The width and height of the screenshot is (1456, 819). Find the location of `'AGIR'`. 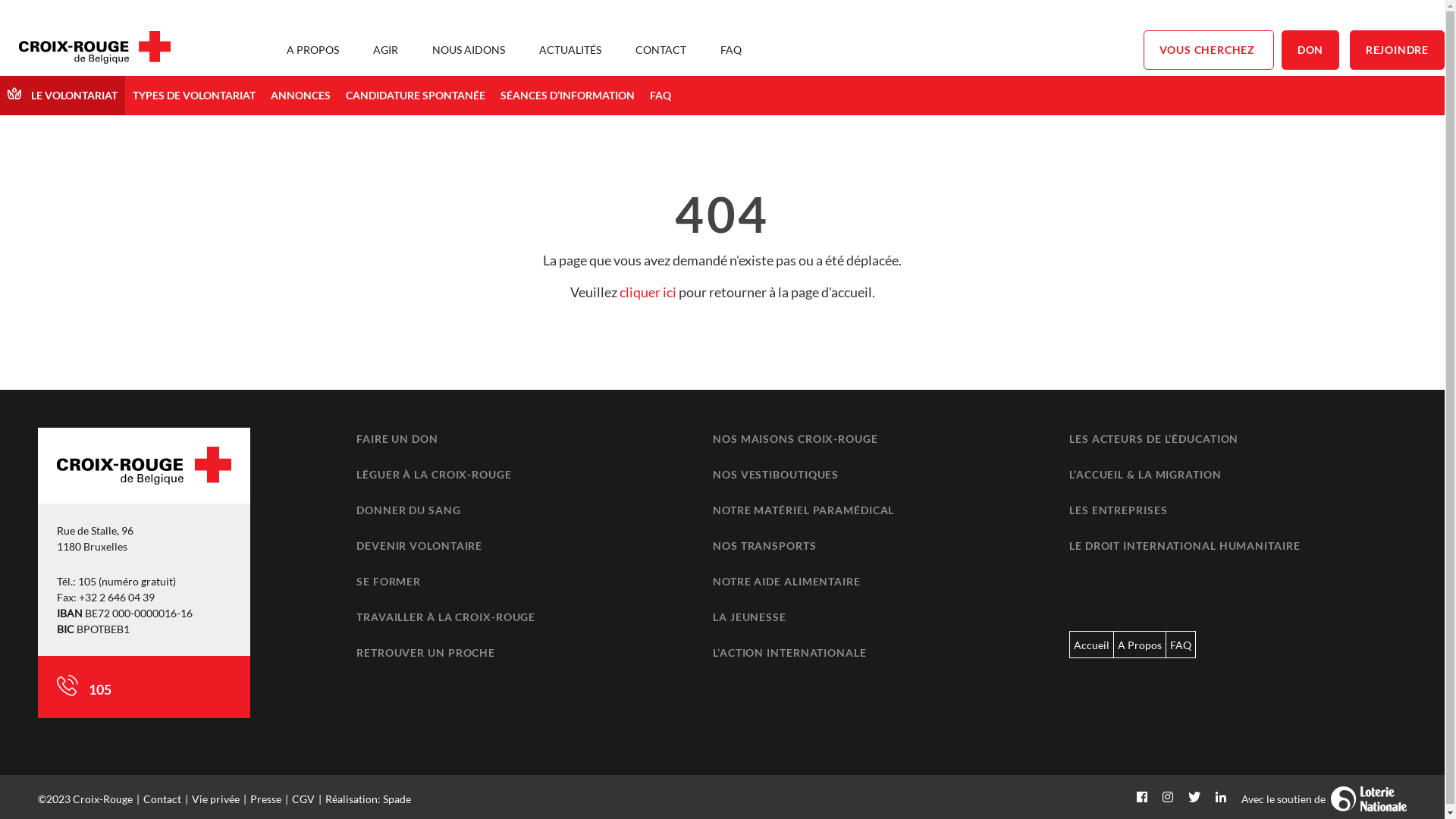

'AGIR' is located at coordinates (385, 49).